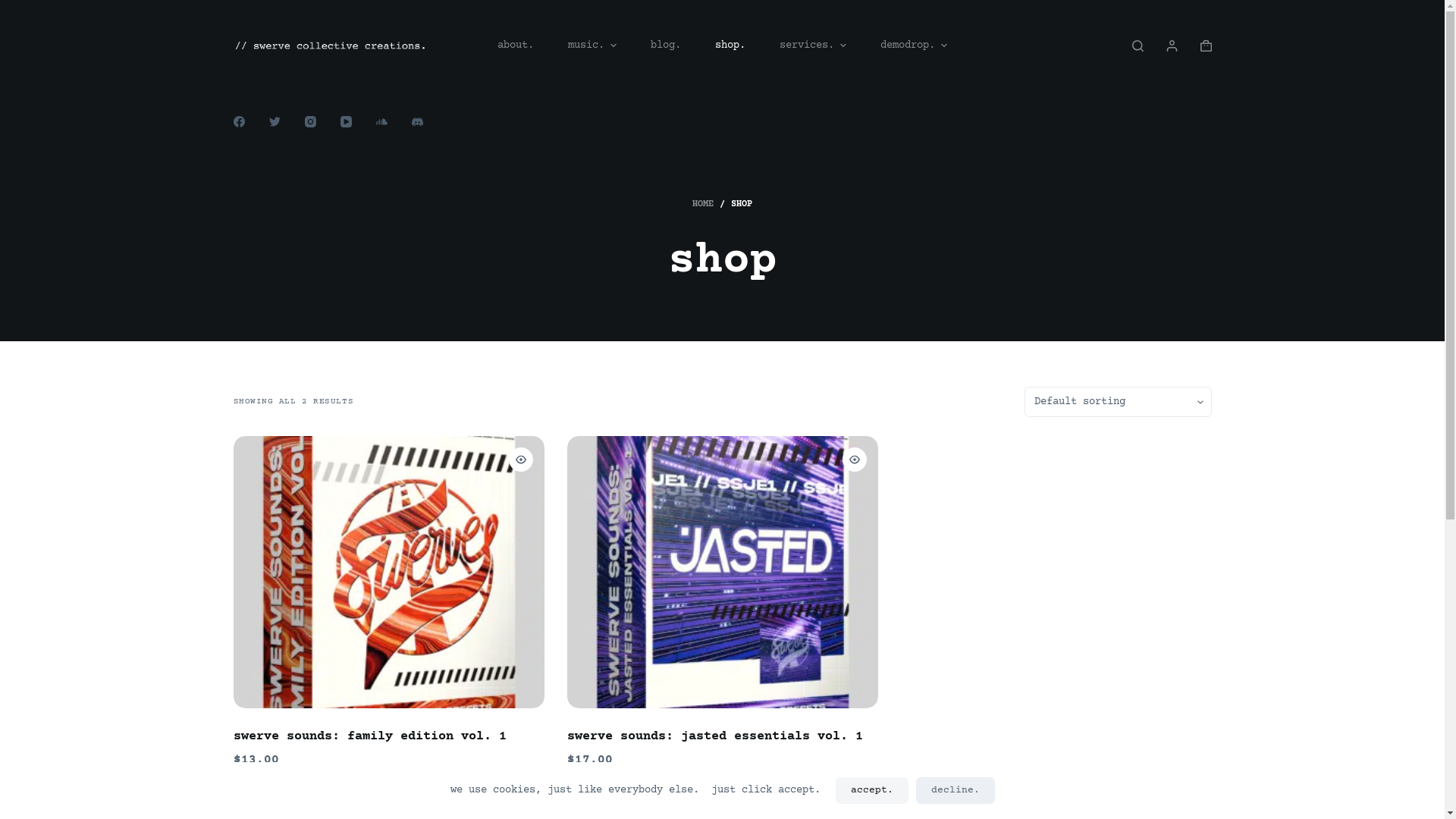 The width and height of the screenshot is (1456, 819). Describe the element at coordinates (763, 45) in the screenshot. I see `'services.'` at that location.